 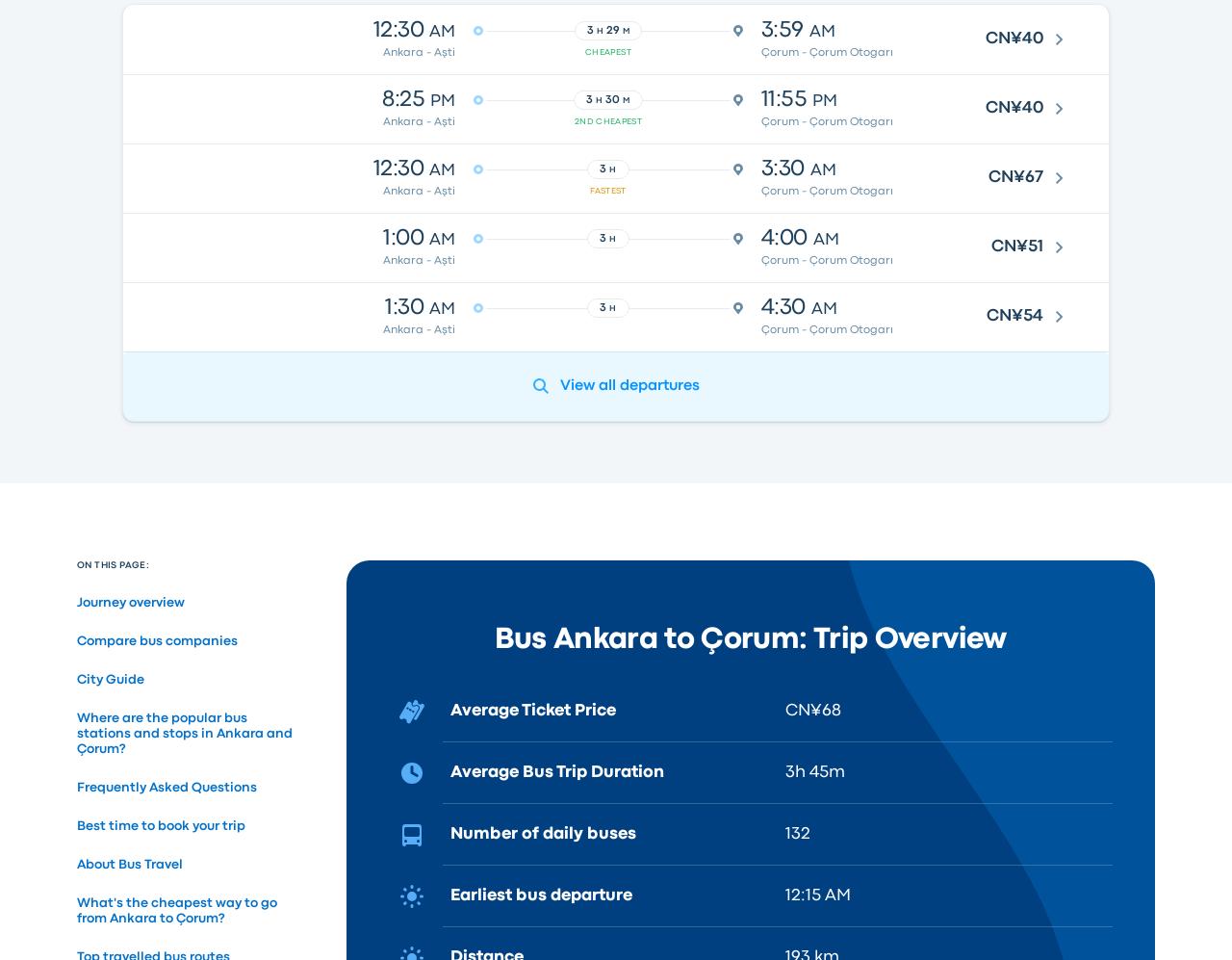 I want to click on 'What's the cheapest way to go from Ankara to Çorum?', so click(x=77, y=909).